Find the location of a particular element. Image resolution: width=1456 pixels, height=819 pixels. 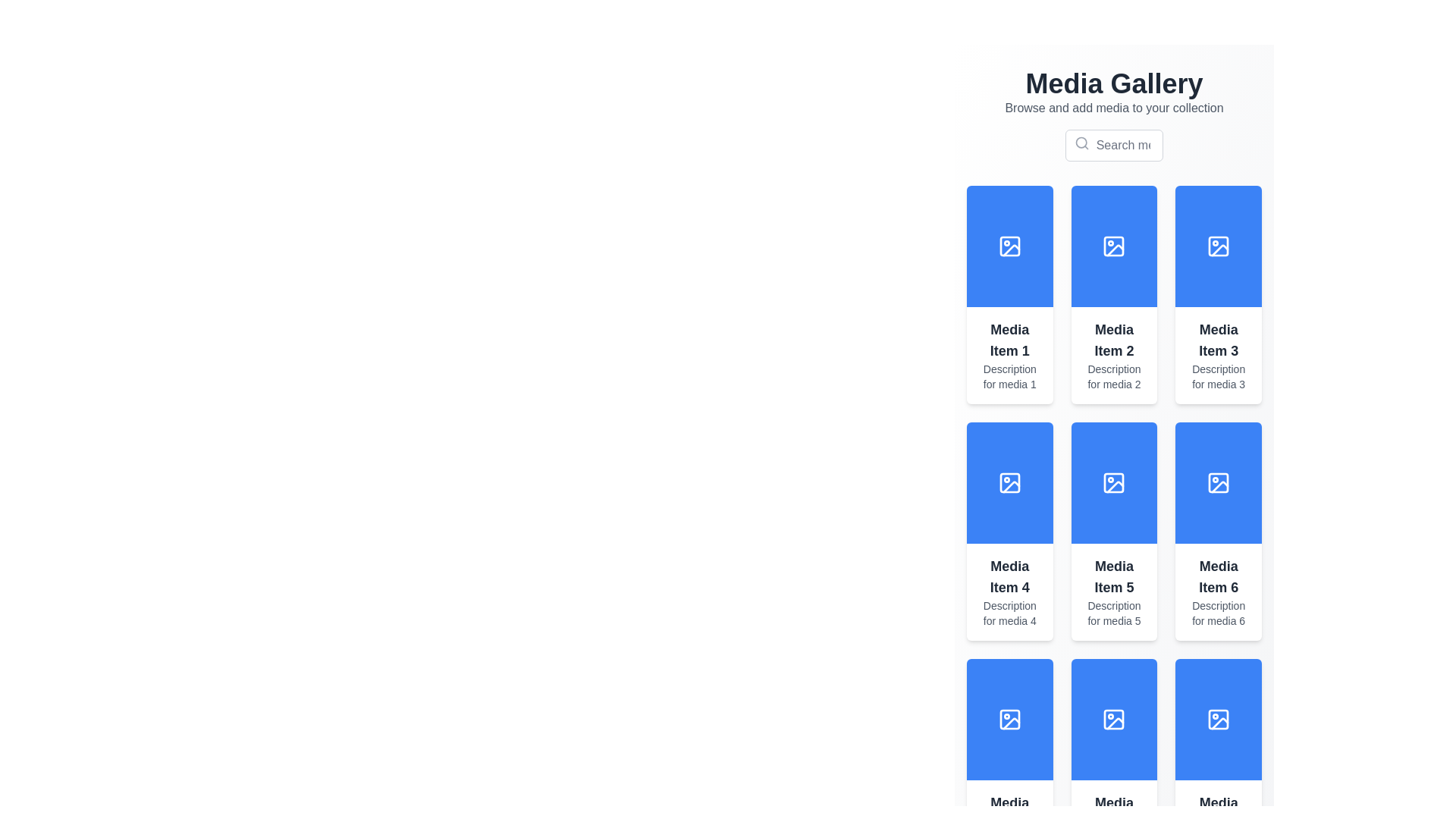

the SVG graphic icon that represents an image media type, located in the sixth card of the grid layout in the gallery is located at coordinates (1114, 718).